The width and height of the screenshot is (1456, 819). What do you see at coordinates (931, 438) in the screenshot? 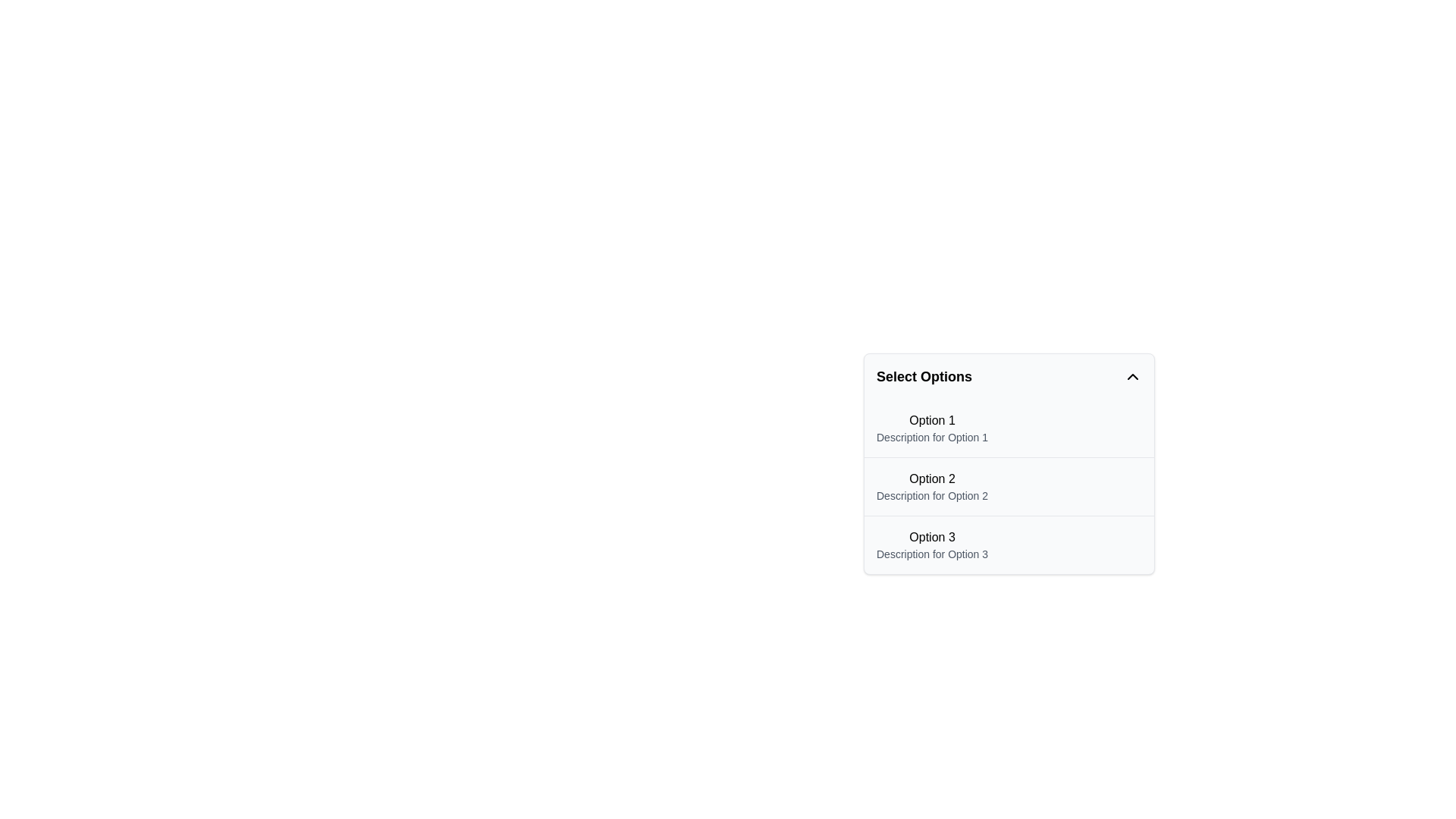
I see `the text label providing additional information about 'Option 1', which is located directly below the 'Option 1' header in the dropdown menu` at bounding box center [931, 438].